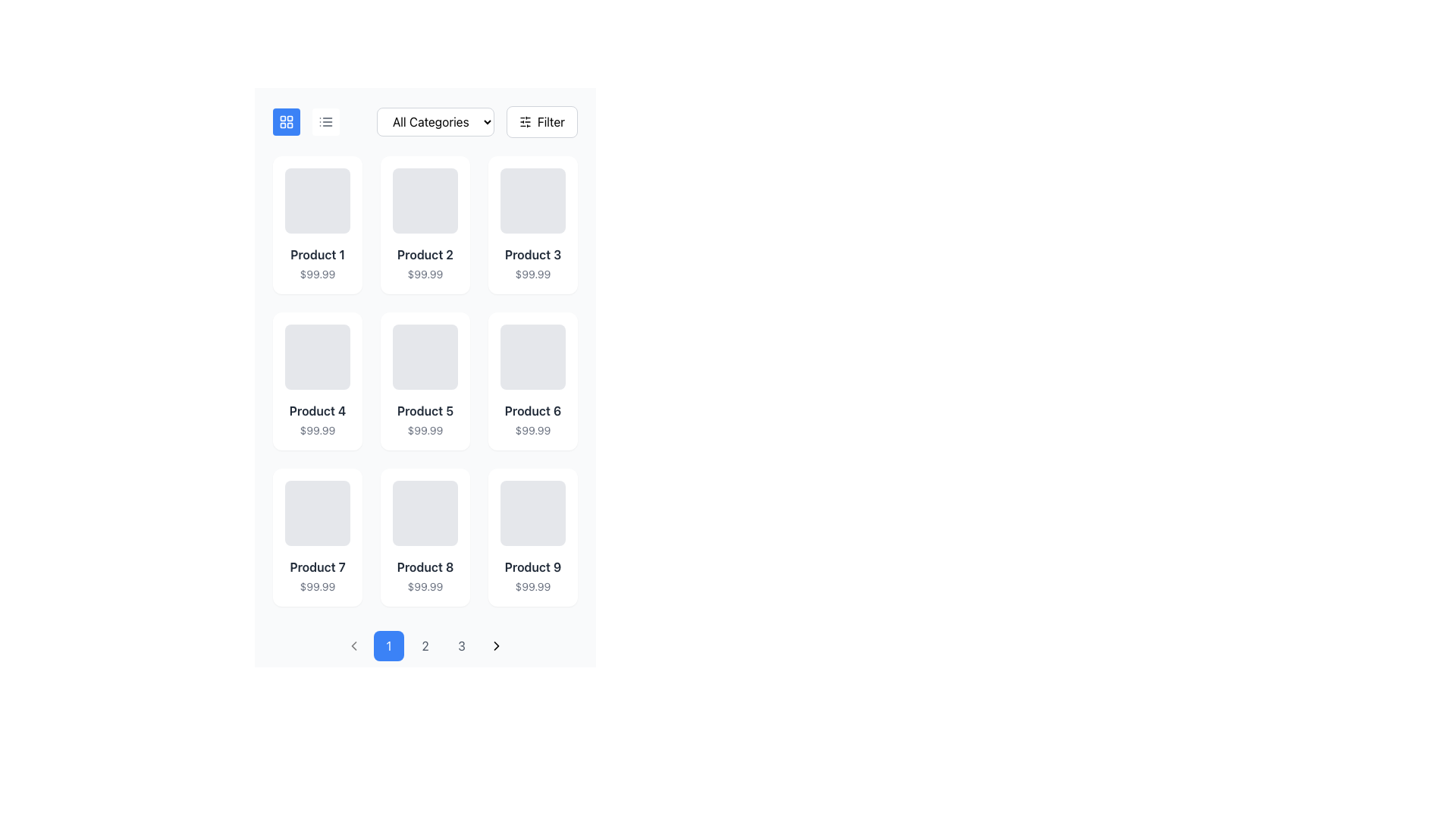  What do you see at coordinates (532, 420) in the screenshot?
I see `price information from the Text Display Component located in the third column of the second row of the product grid, which displays details about the product` at bounding box center [532, 420].